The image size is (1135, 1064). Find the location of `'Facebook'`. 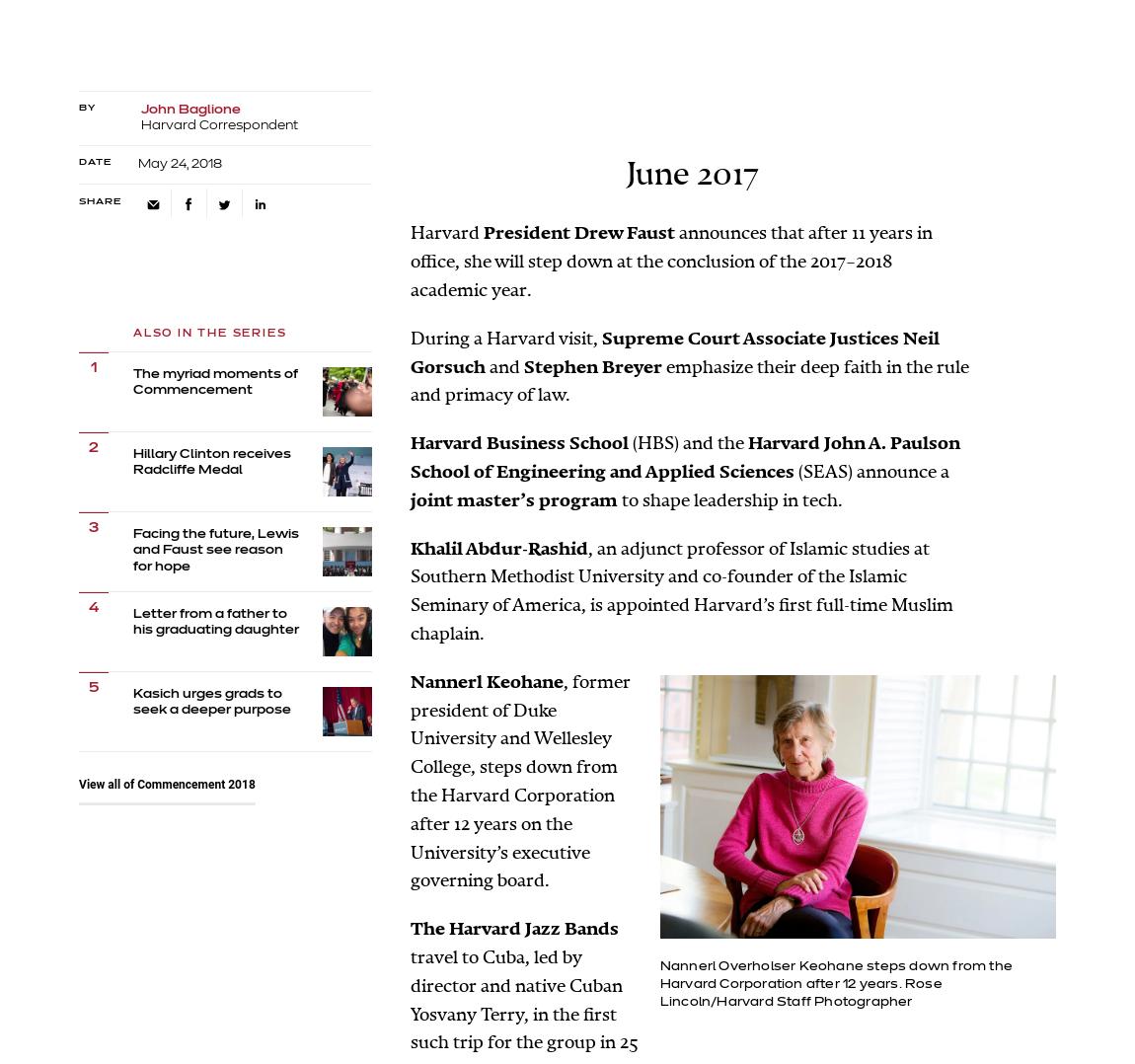

'Facebook' is located at coordinates (210, 228).